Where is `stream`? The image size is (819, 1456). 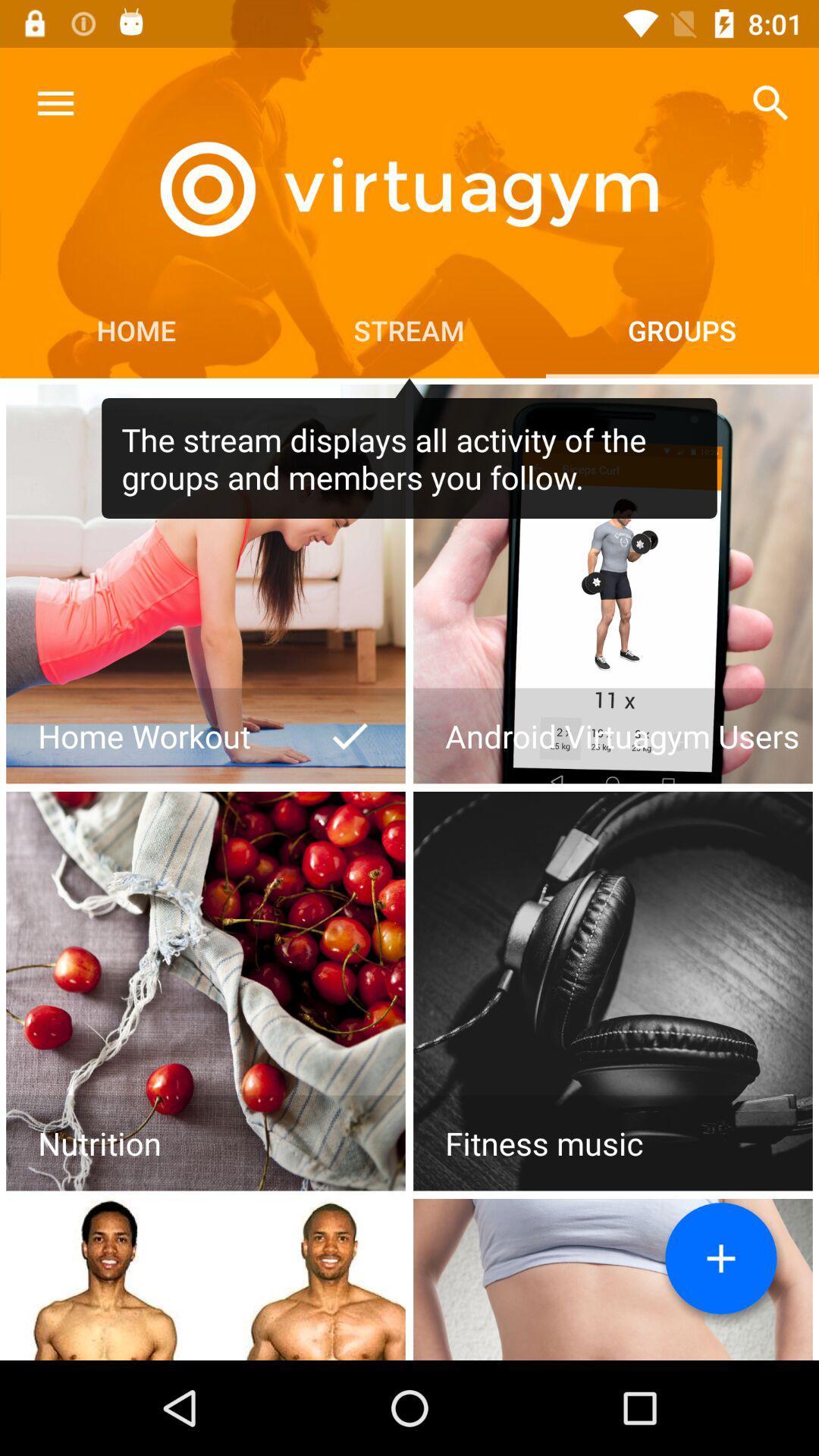 stream is located at coordinates (720, 1258).